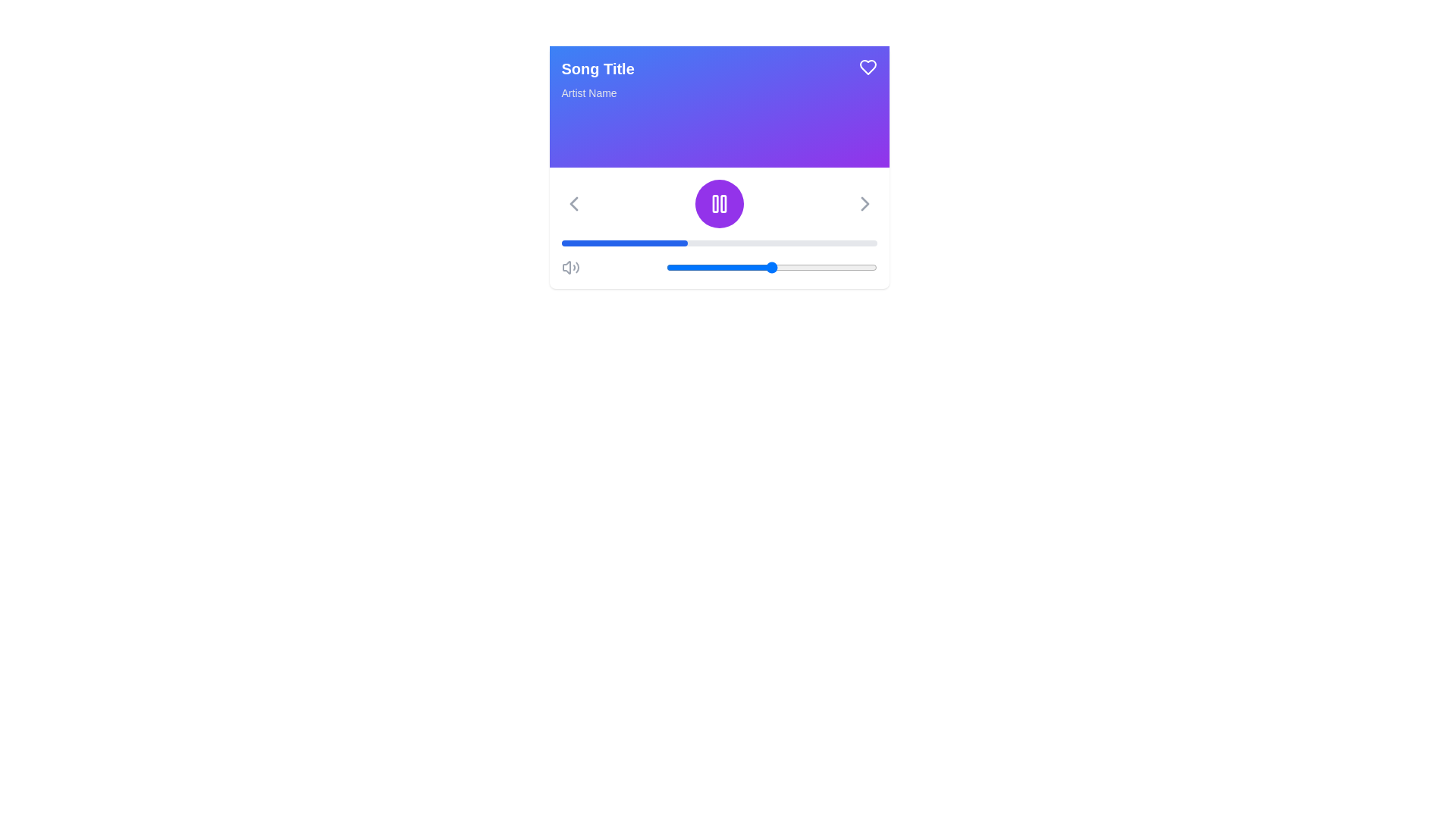 This screenshot has height=819, width=1456. I want to click on the slider value, so click(672, 267).